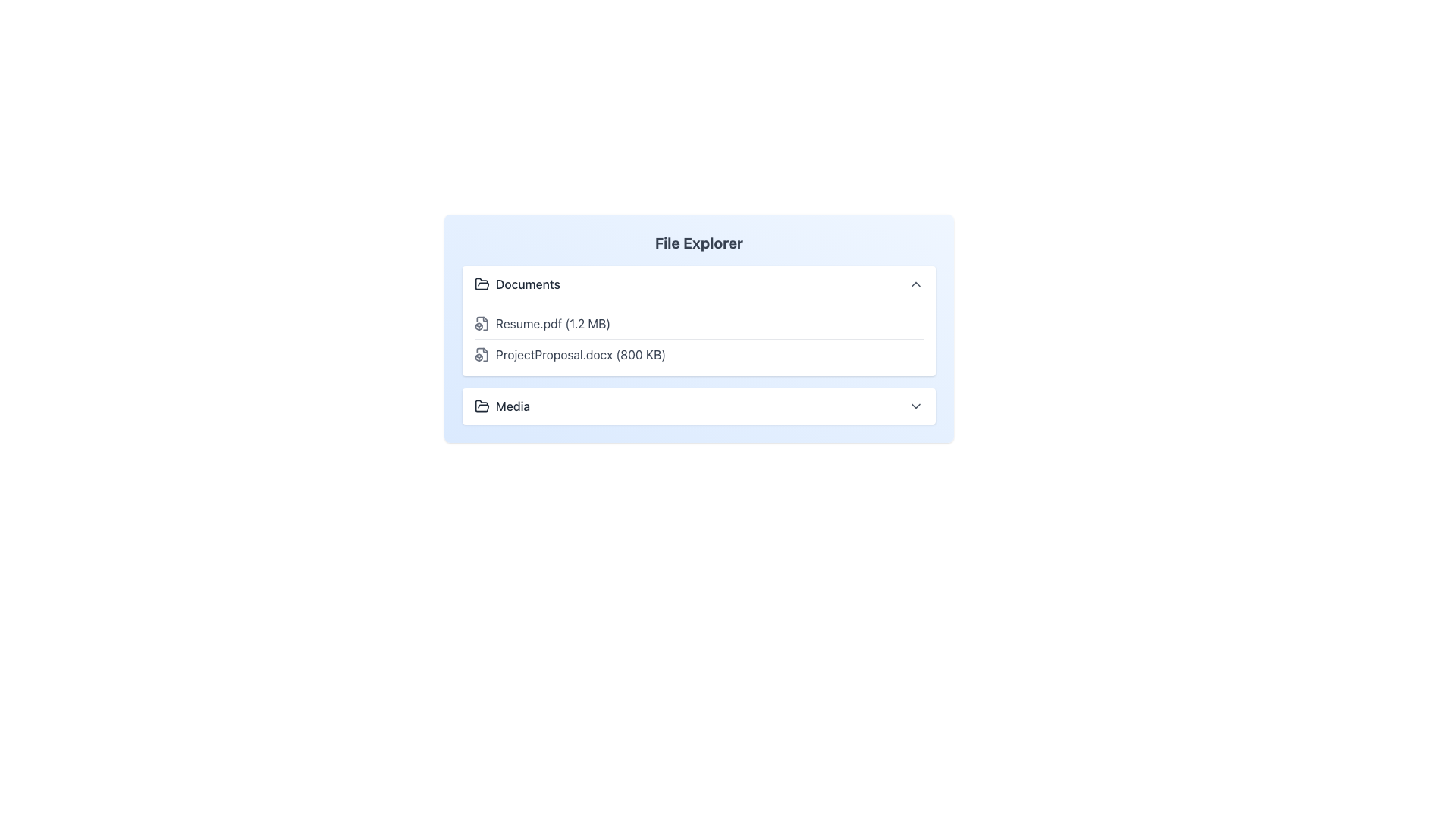 This screenshot has height=819, width=1456. What do you see at coordinates (698, 406) in the screenshot?
I see `the 'Media' button located at the bottom of the list` at bounding box center [698, 406].